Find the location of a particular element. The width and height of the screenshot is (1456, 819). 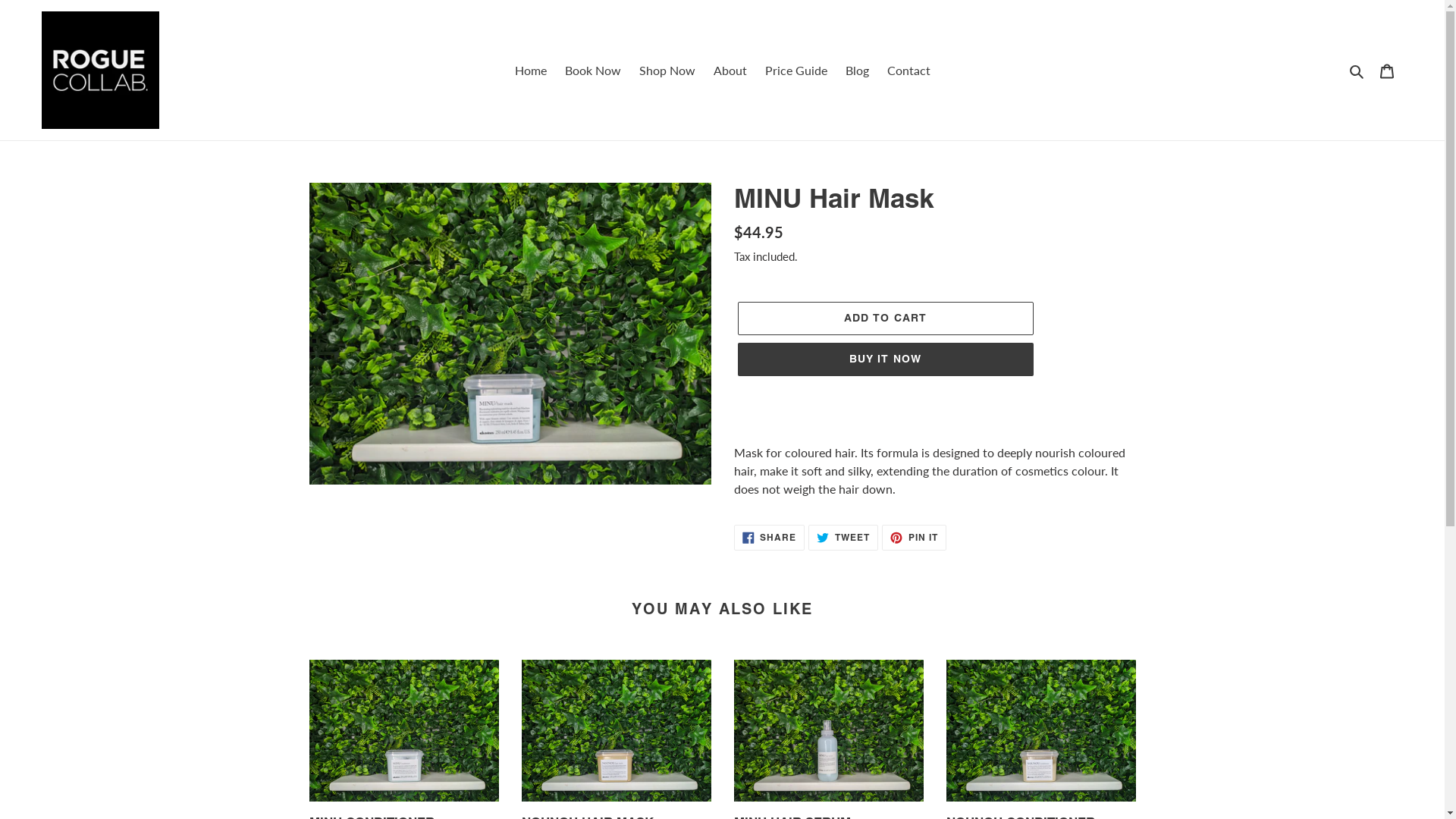

'SHARE is located at coordinates (769, 537).